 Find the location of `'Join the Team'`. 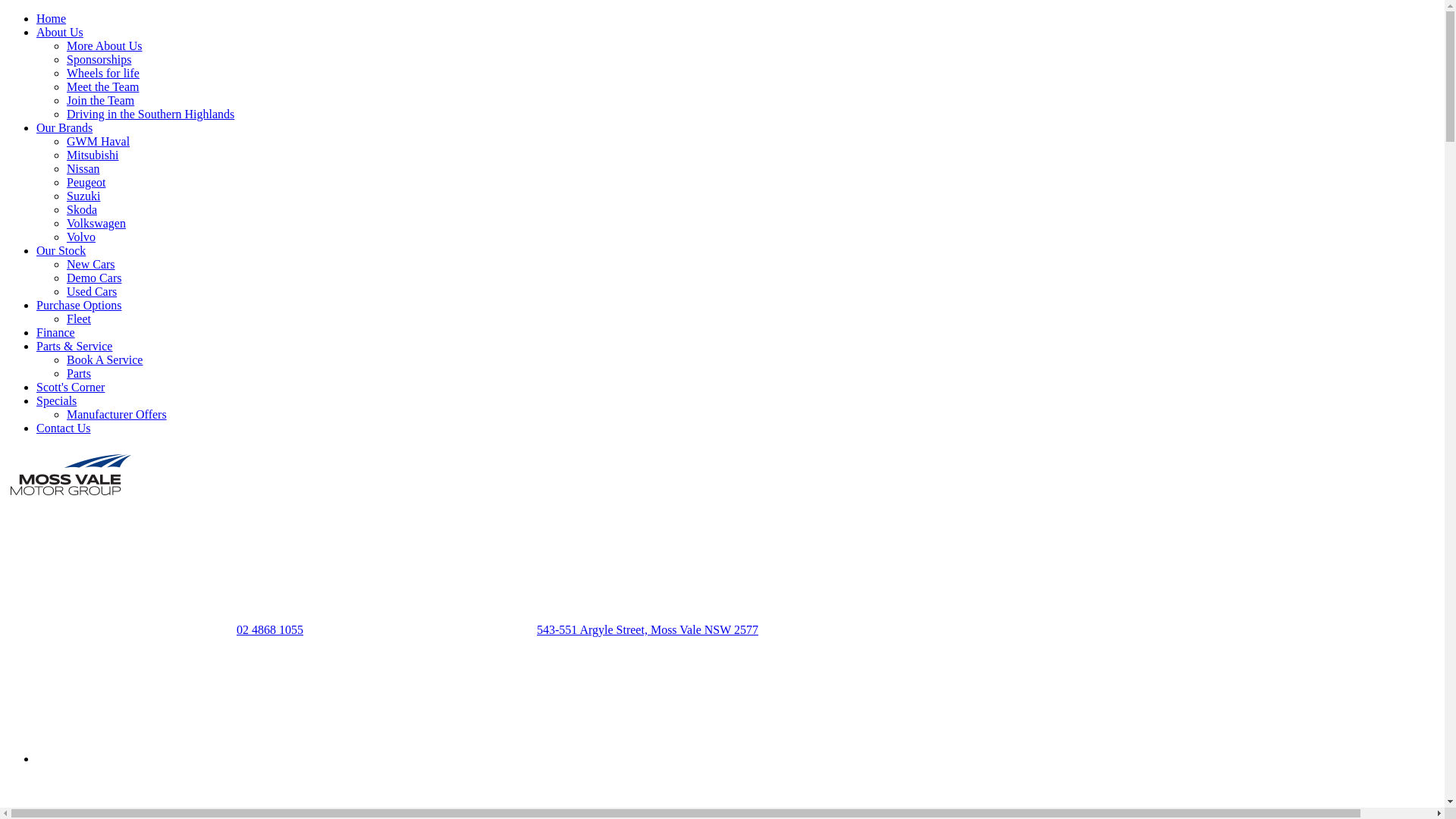

'Join the Team' is located at coordinates (99, 100).